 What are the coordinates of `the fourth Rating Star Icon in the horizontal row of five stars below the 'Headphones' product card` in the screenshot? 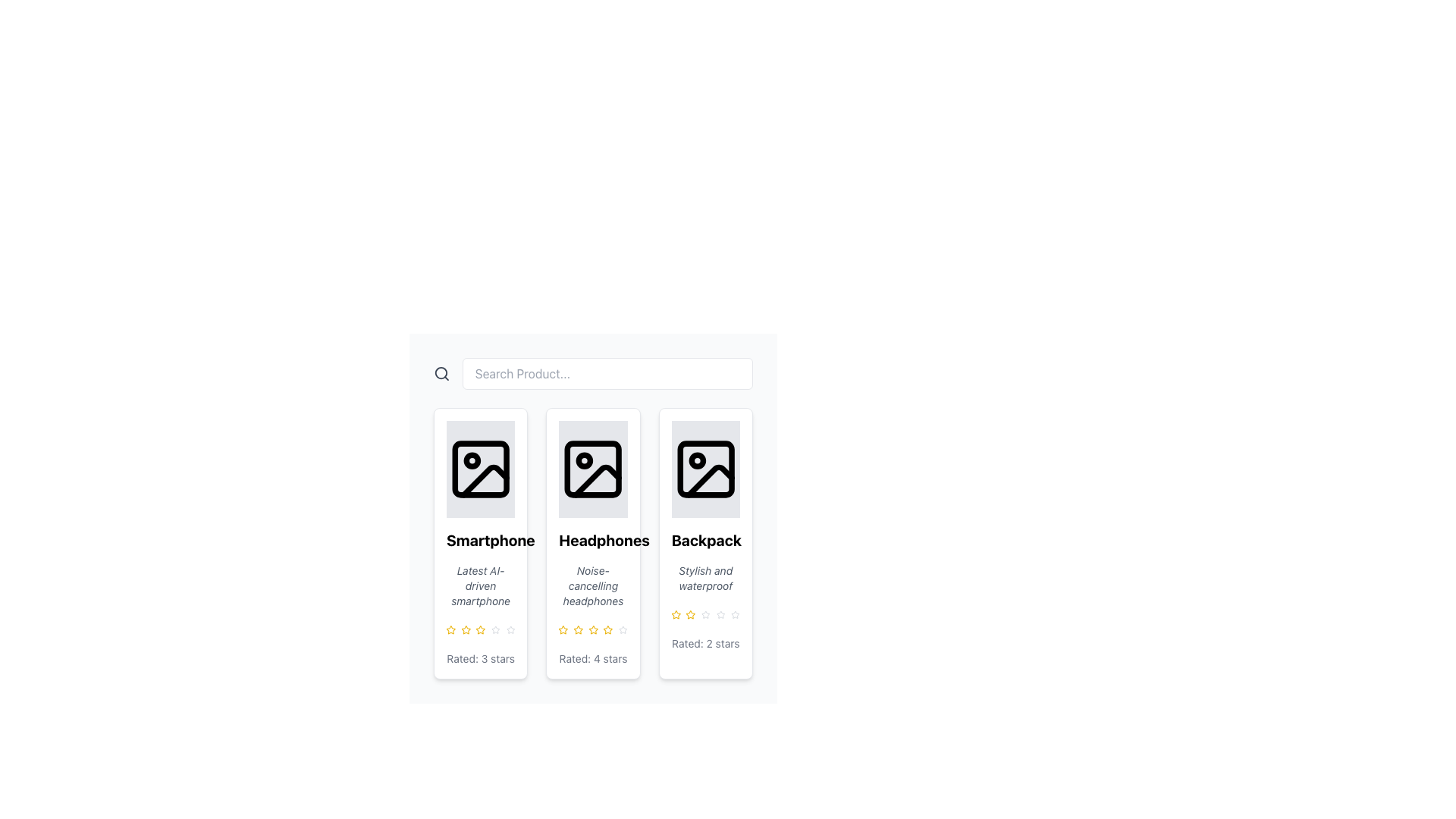 It's located at (592, 629).